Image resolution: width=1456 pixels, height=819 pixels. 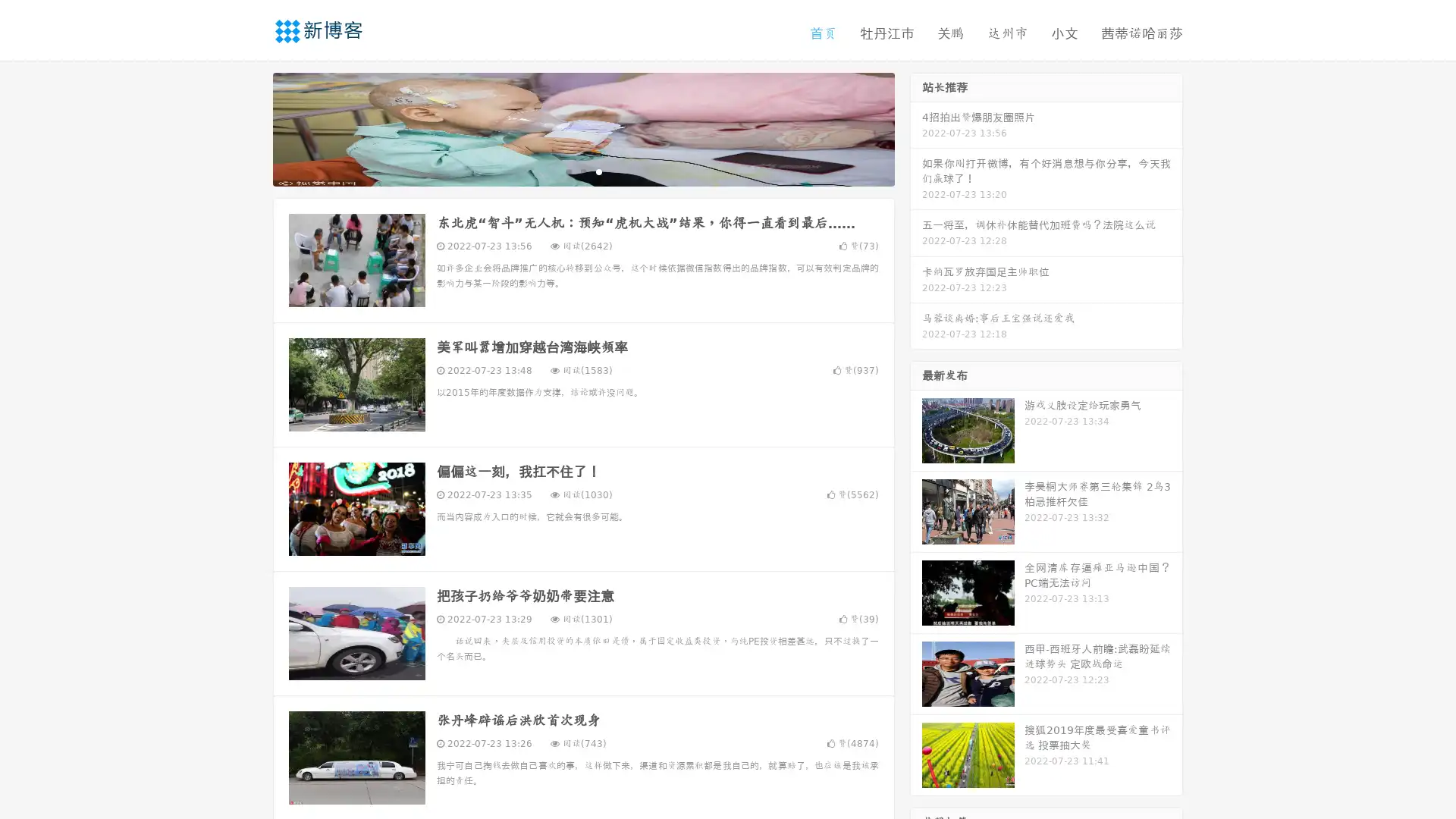 What do you see at coordinates (250, 127) in the screenshot?
I see `Previous slide` at bounding box center [250, 127].